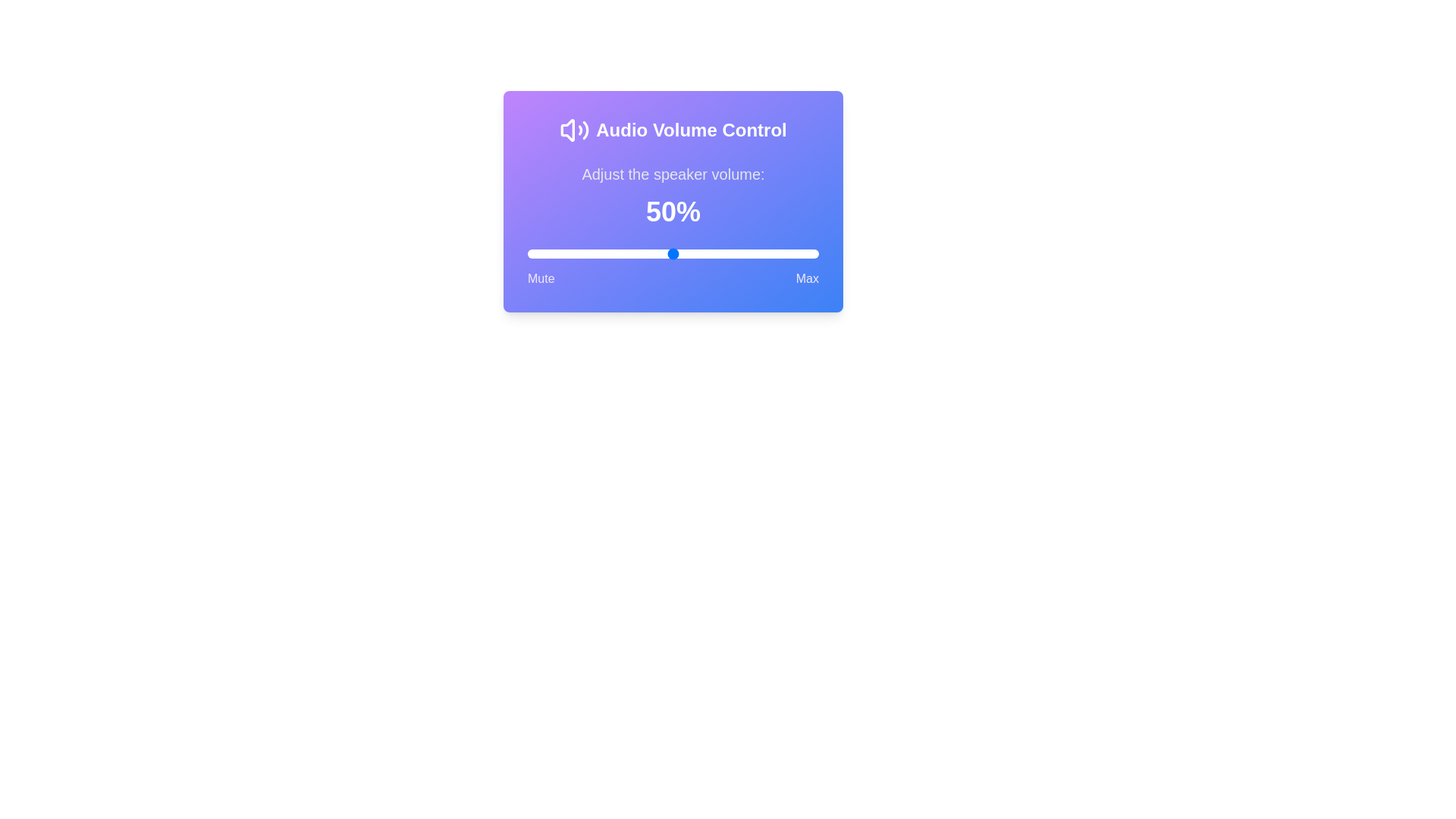  What do you see at coordinates (806, 278) in the screenshot?
I see `the Max label to interact with it` at bounding box center [806, 278].